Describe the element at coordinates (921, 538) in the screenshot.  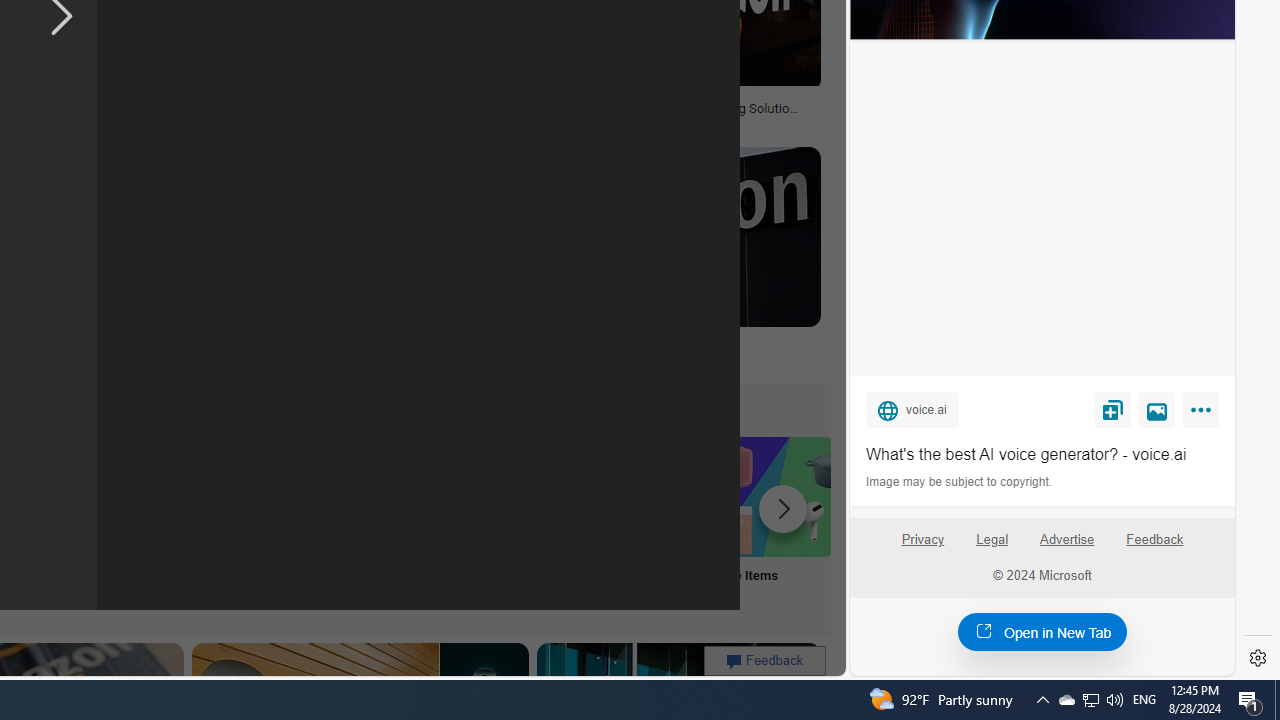
I see `'Privacy'` at that location.